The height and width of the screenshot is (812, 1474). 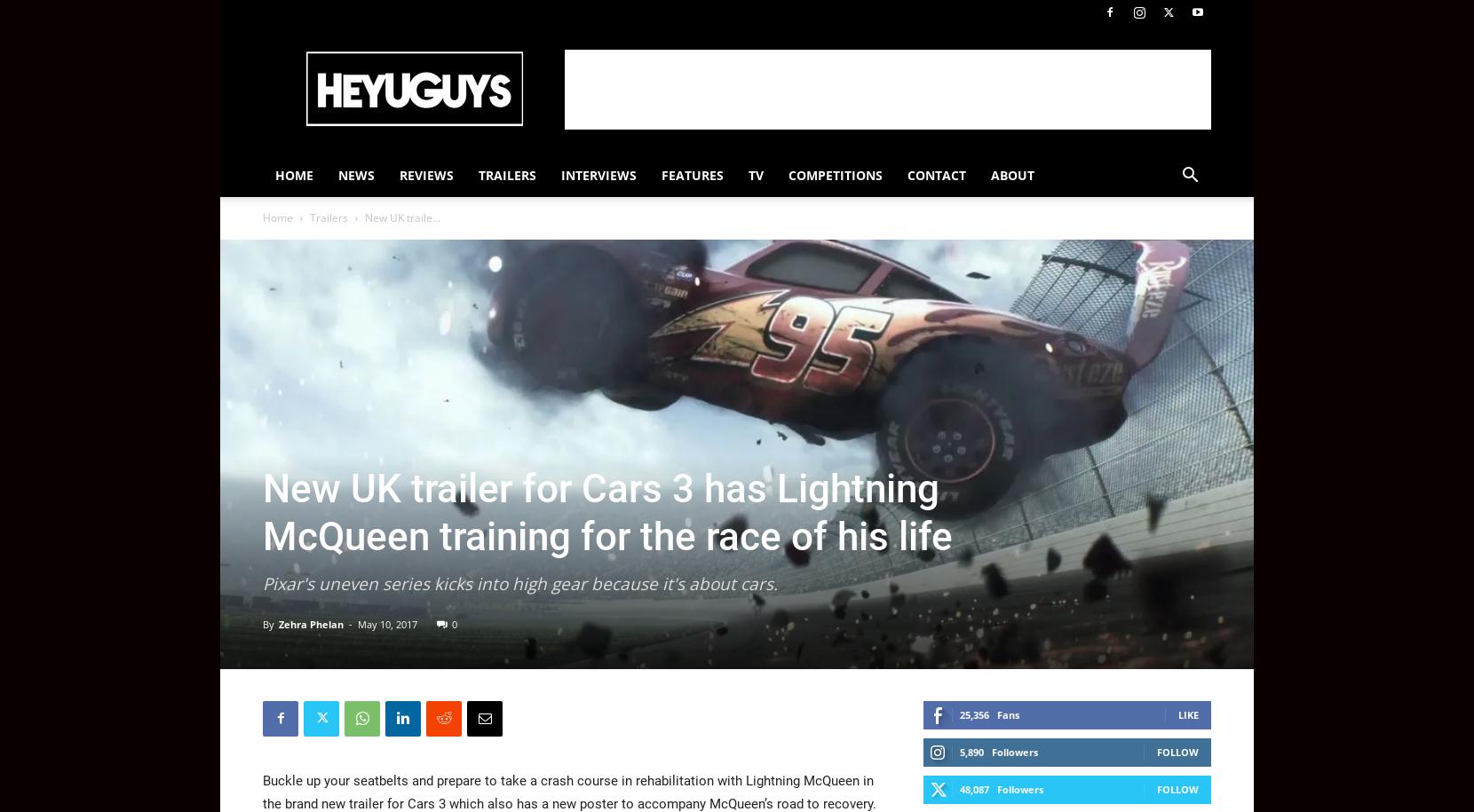 What do you see at coordinates (606, 510) in the screenshot?
I see `'New UK trailer for Cars 3 has Lightning McQueen training for the race of his life'` at bounding box center [606, 510].